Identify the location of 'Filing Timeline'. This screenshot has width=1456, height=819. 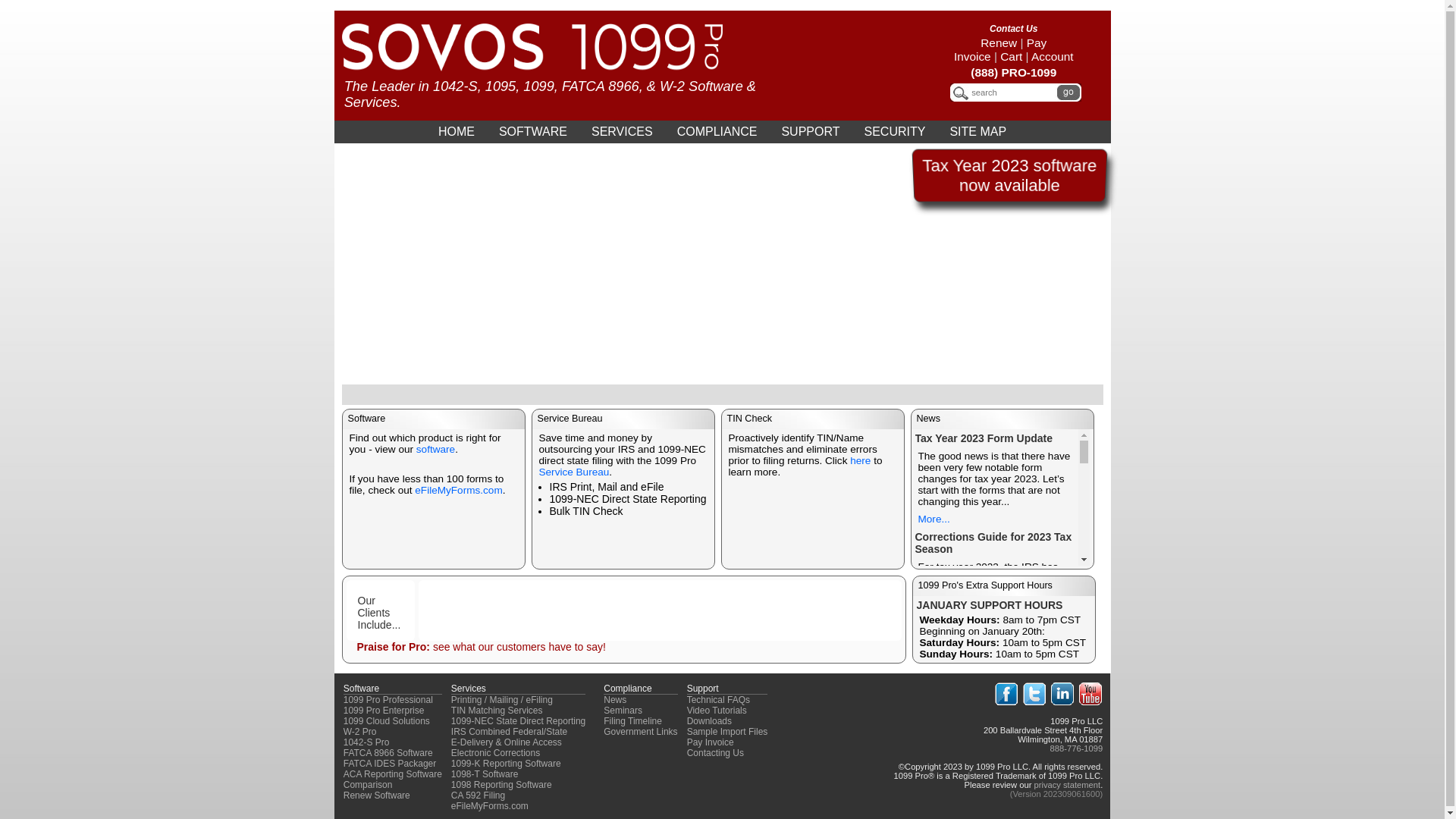
(632, 720).